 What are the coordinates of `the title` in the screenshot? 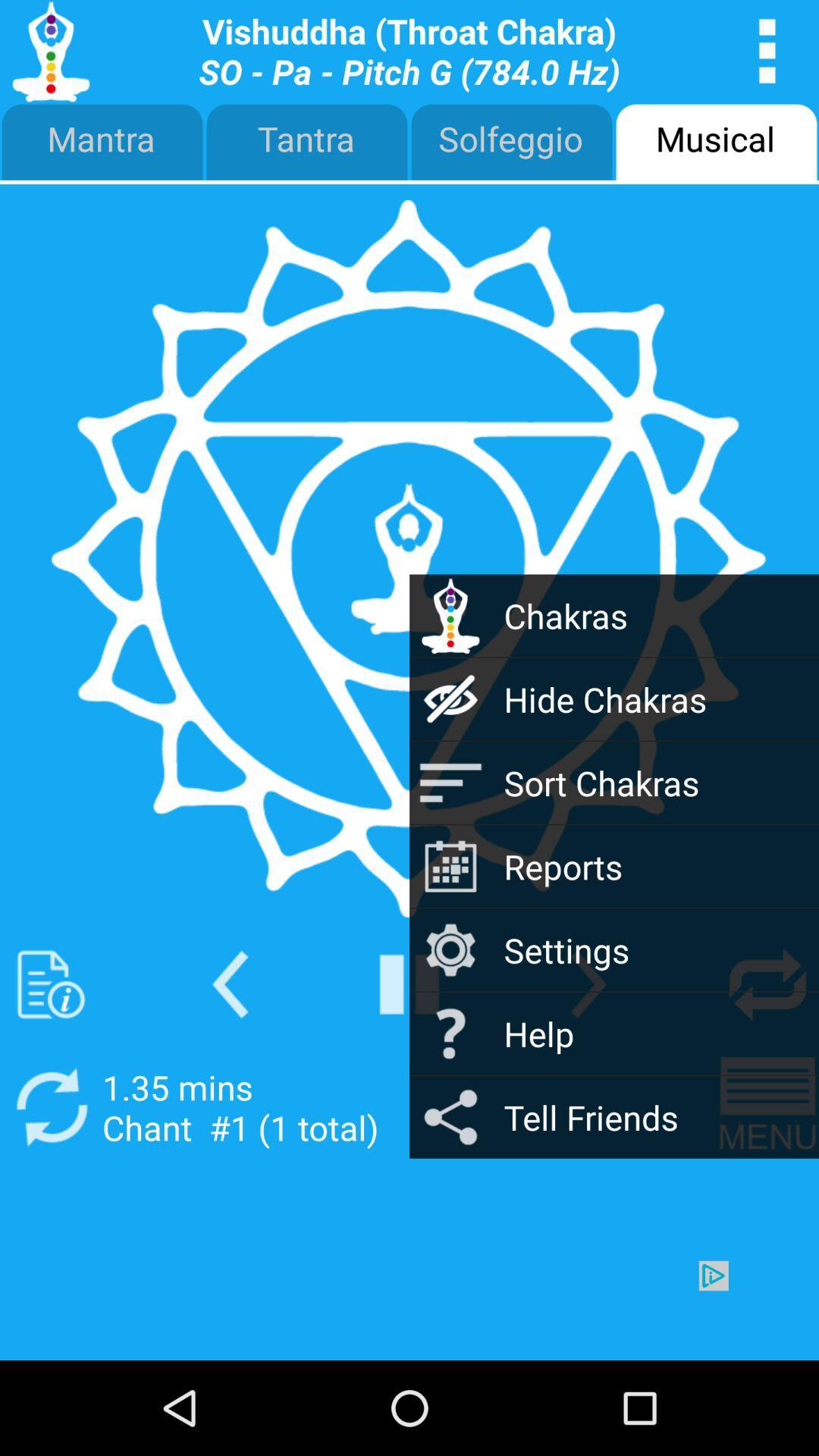 It's located at (409, 51).